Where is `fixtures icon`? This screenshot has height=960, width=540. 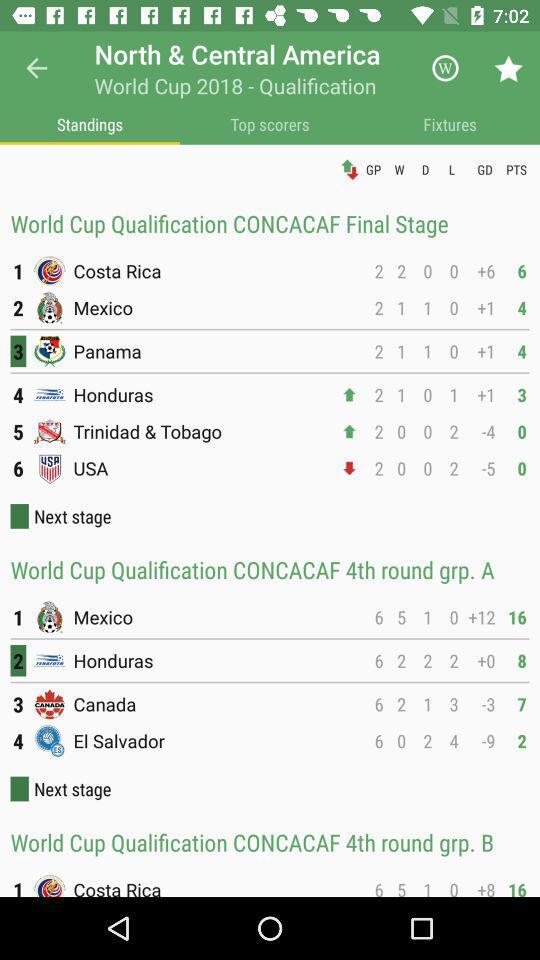 fixtures icon is located at coordinates (449, 123).